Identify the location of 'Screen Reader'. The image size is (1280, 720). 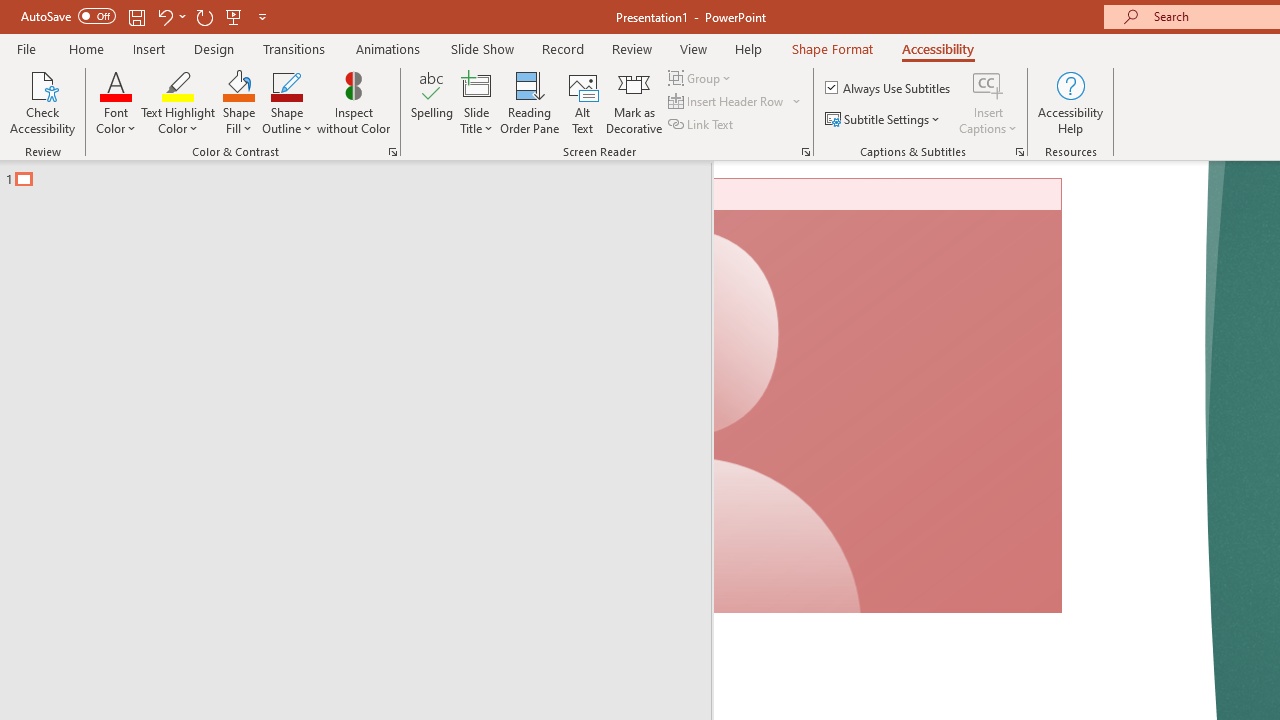
(805, 150).